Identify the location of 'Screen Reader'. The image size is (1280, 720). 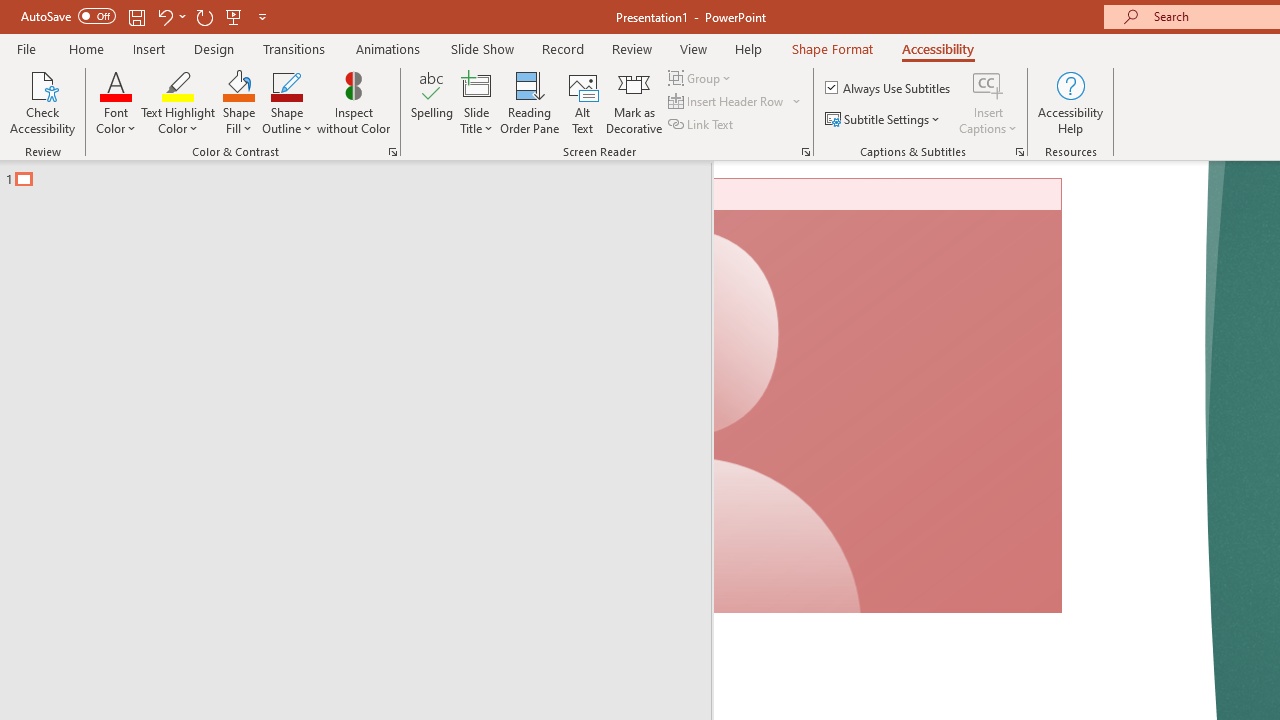
(805, 150).